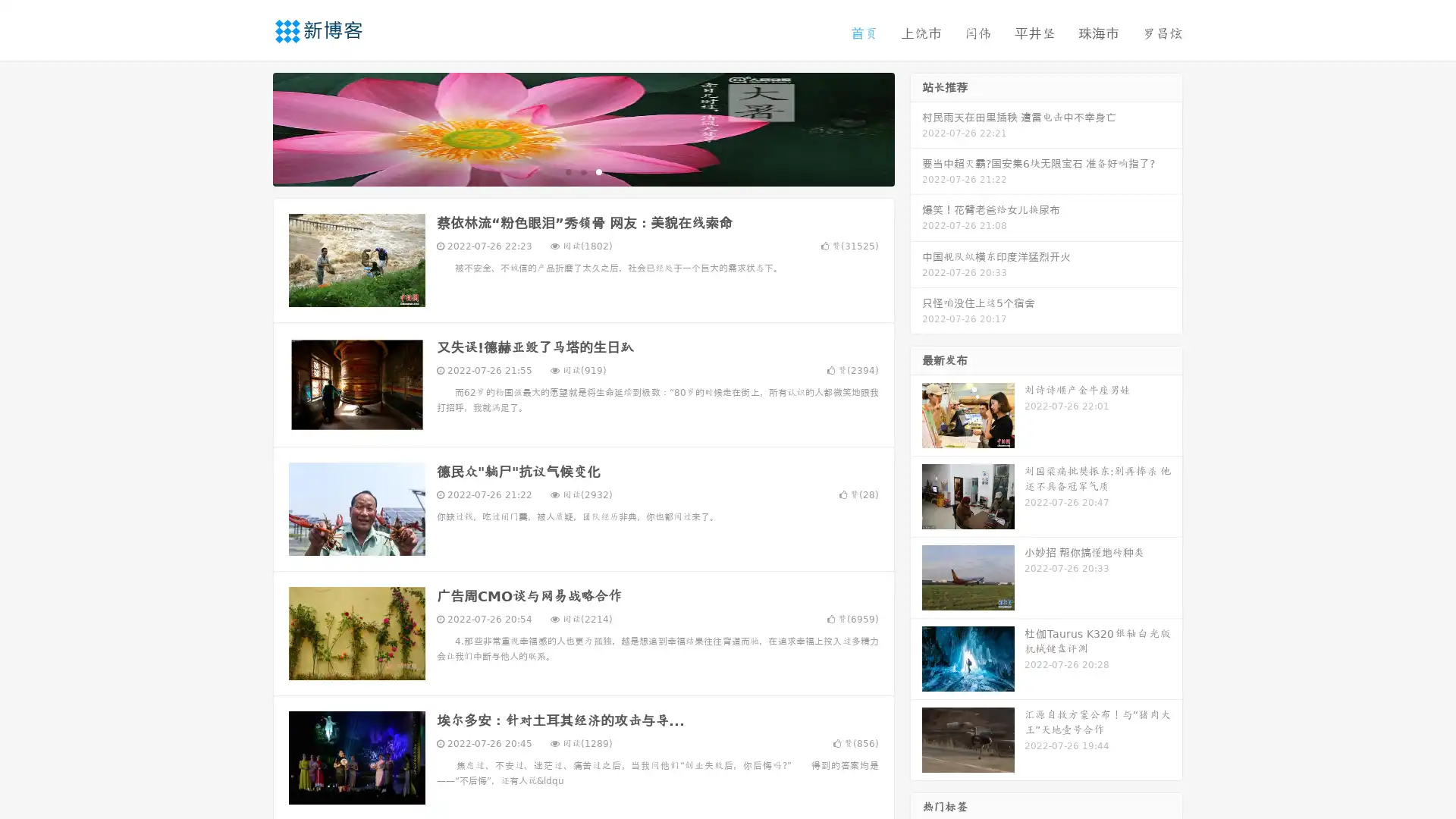  Describe the element at coordinates (916, 127) in the screenshot. I see `Next slide` at that location.